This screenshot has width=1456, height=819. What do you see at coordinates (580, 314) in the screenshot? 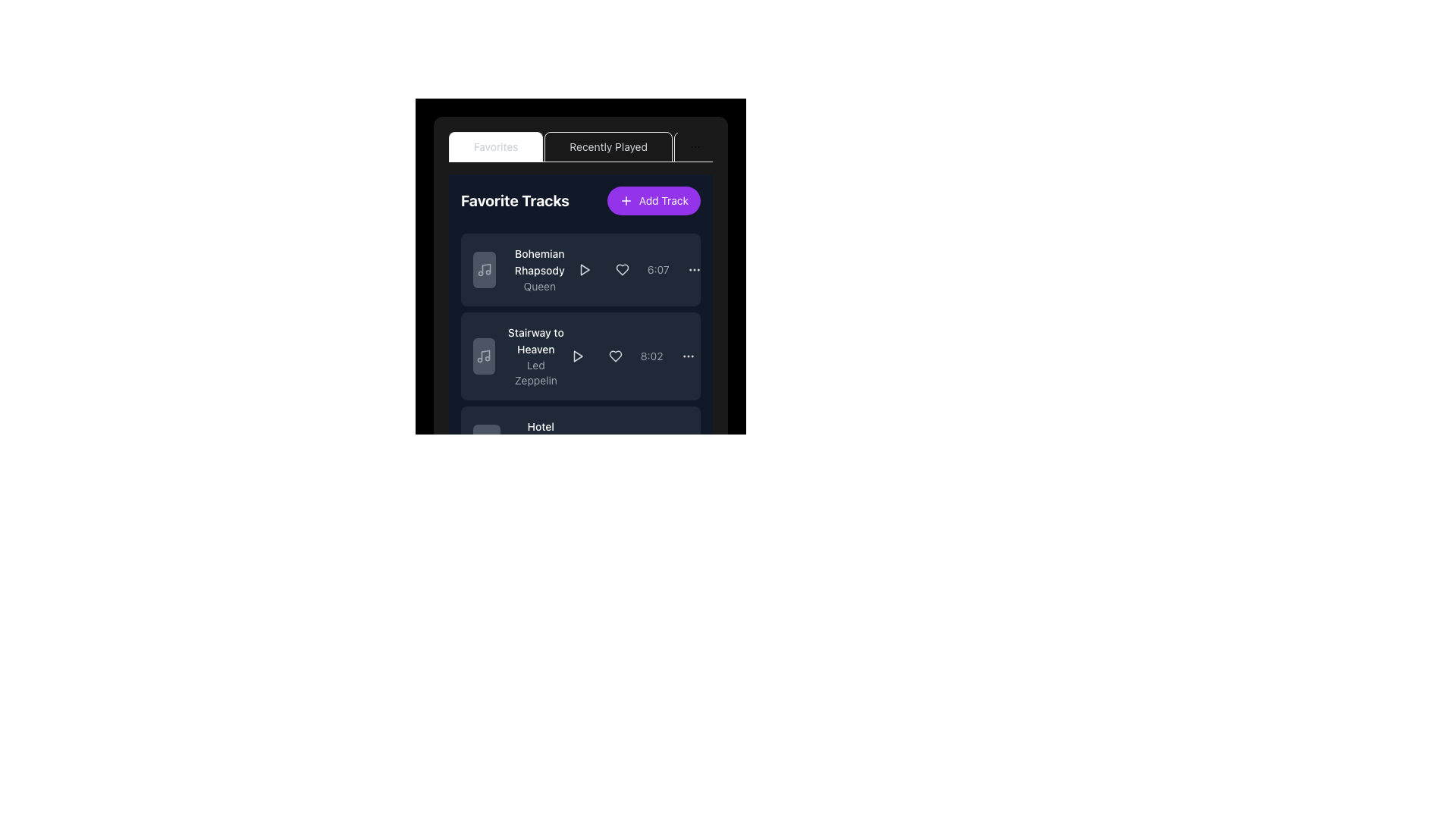
I see `the details of the song represented by the second card in the 'Favorites' tab of the music application` at bounding box center [580, 314].